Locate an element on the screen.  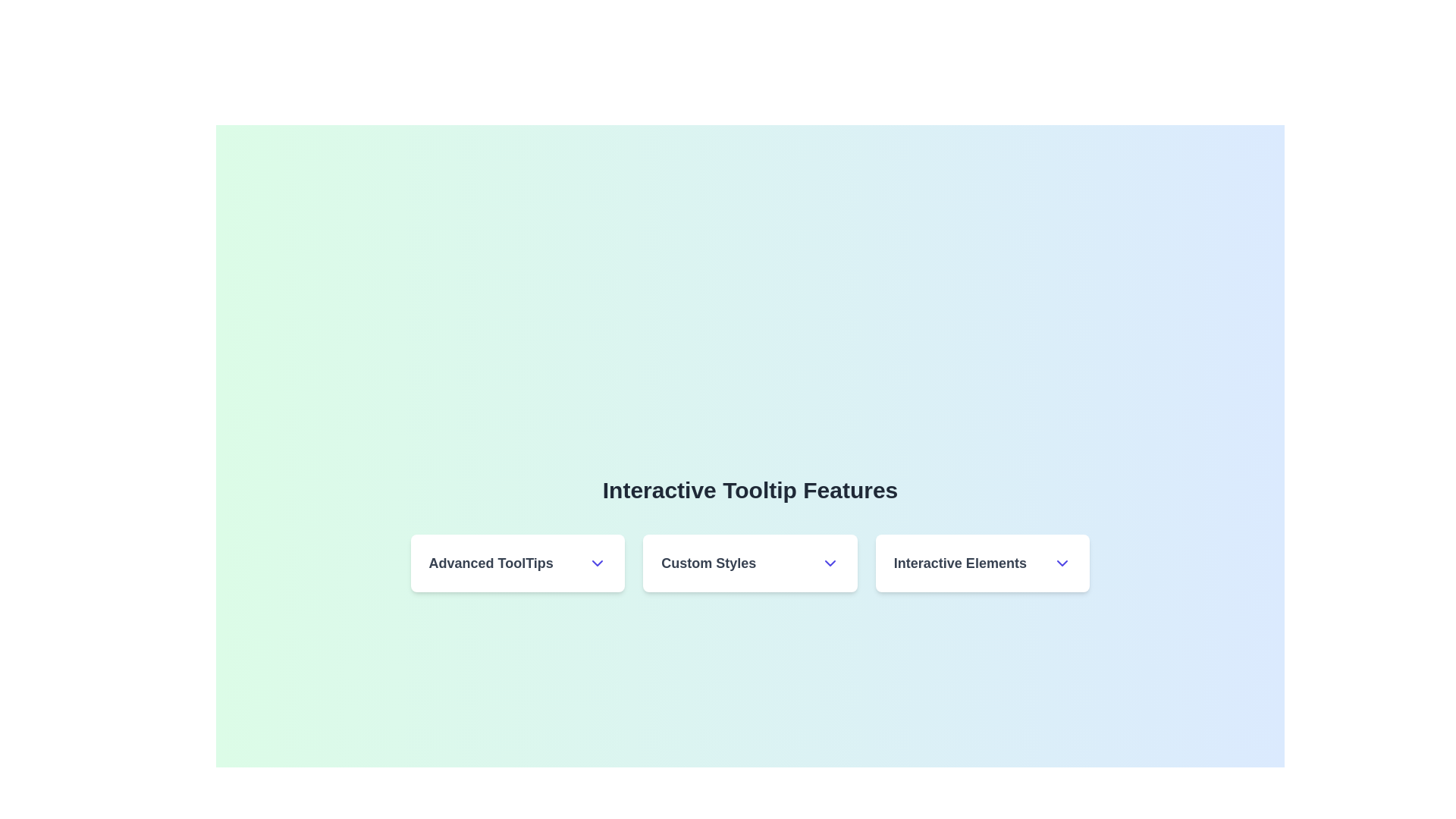
the first card-like button in the grid layout that allows users is located at coordinates (517, 563).